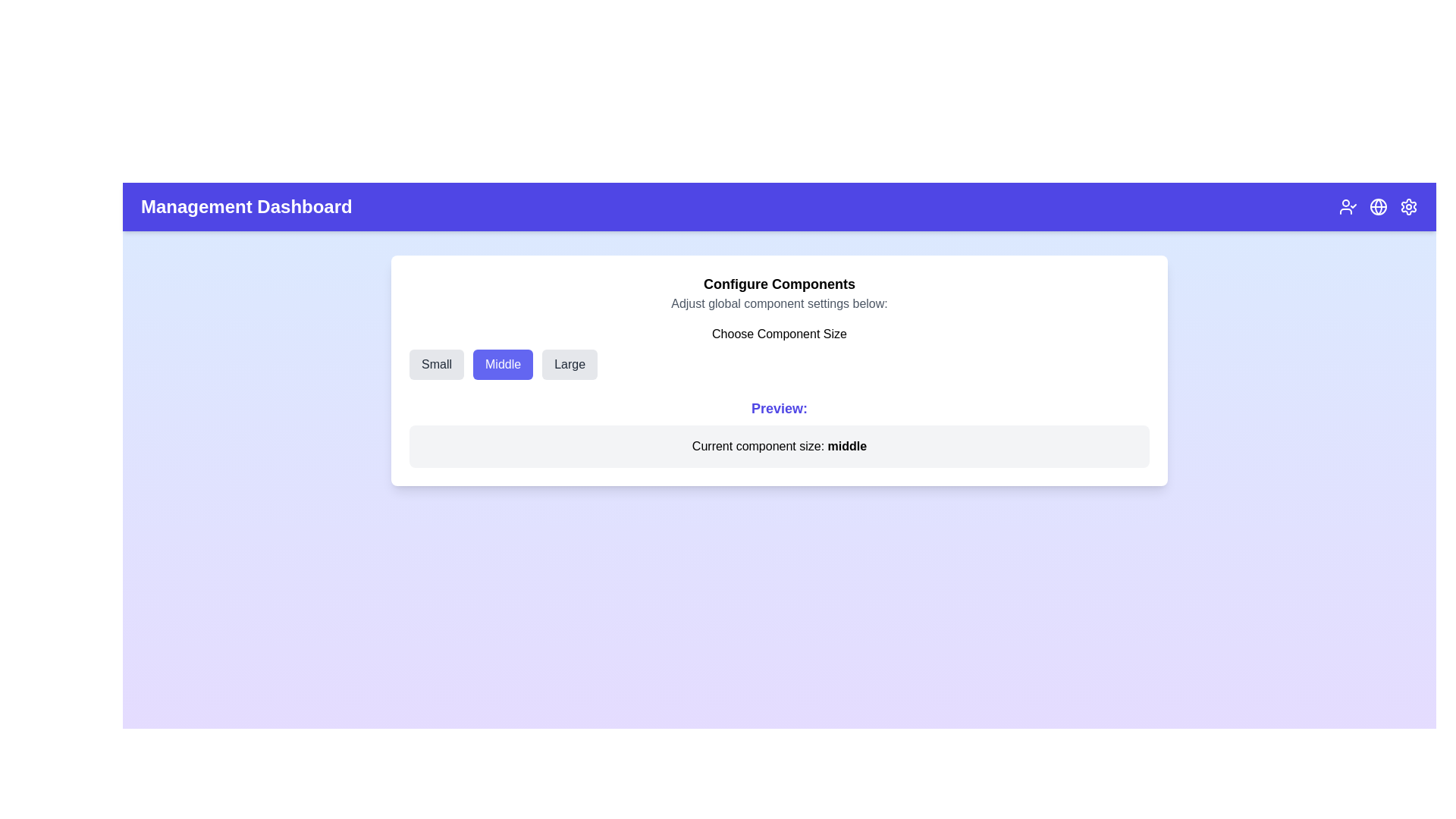 This screenshot has width=1456, height=819. I want to click on title from the Text Label located at the left side of the navy blue header bar, which serves as the page header for the Management Dashboard, so click(246, 207).